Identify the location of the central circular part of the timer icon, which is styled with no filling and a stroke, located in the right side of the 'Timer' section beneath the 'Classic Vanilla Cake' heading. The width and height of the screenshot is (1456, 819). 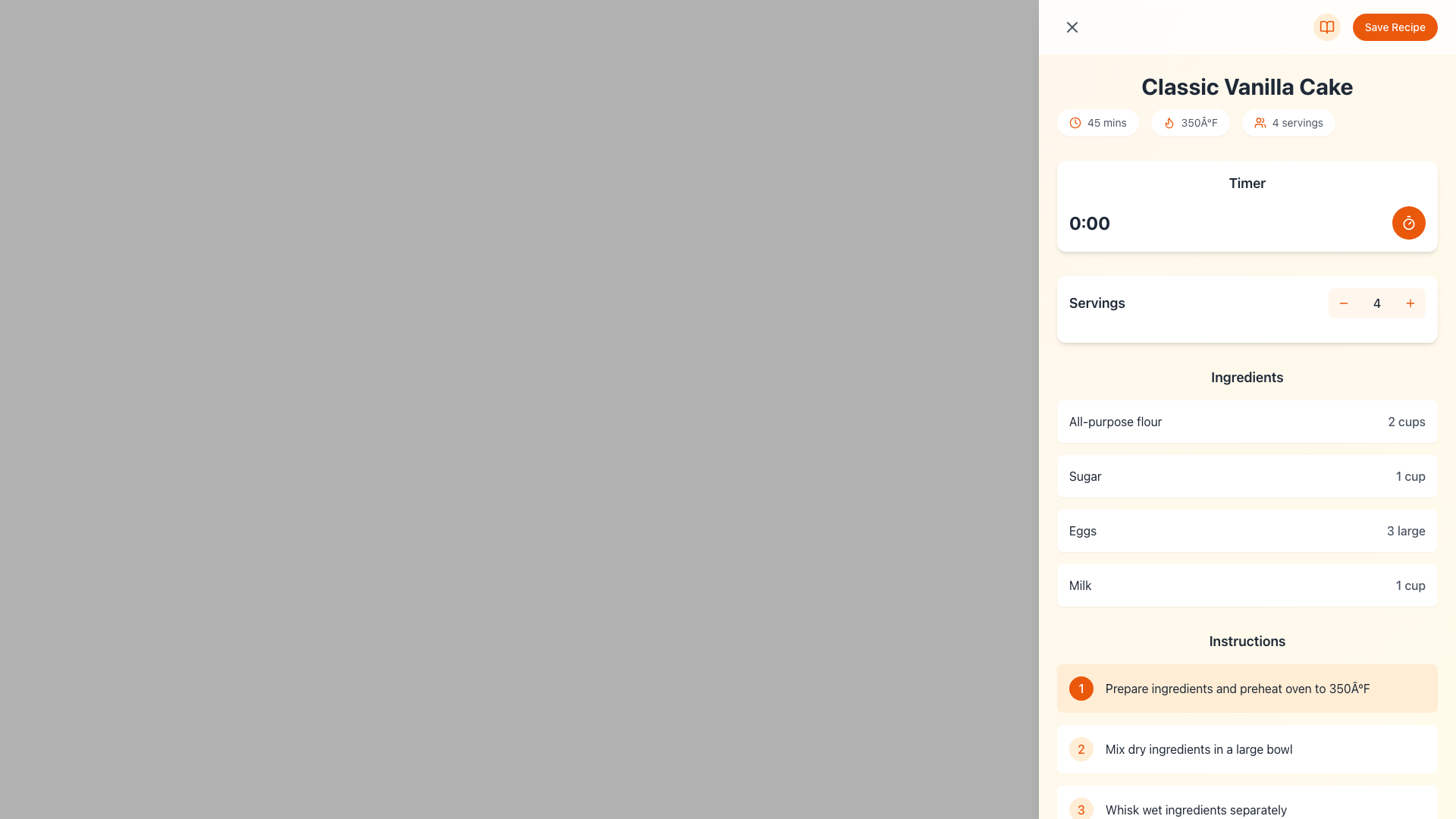
(1407, 223).